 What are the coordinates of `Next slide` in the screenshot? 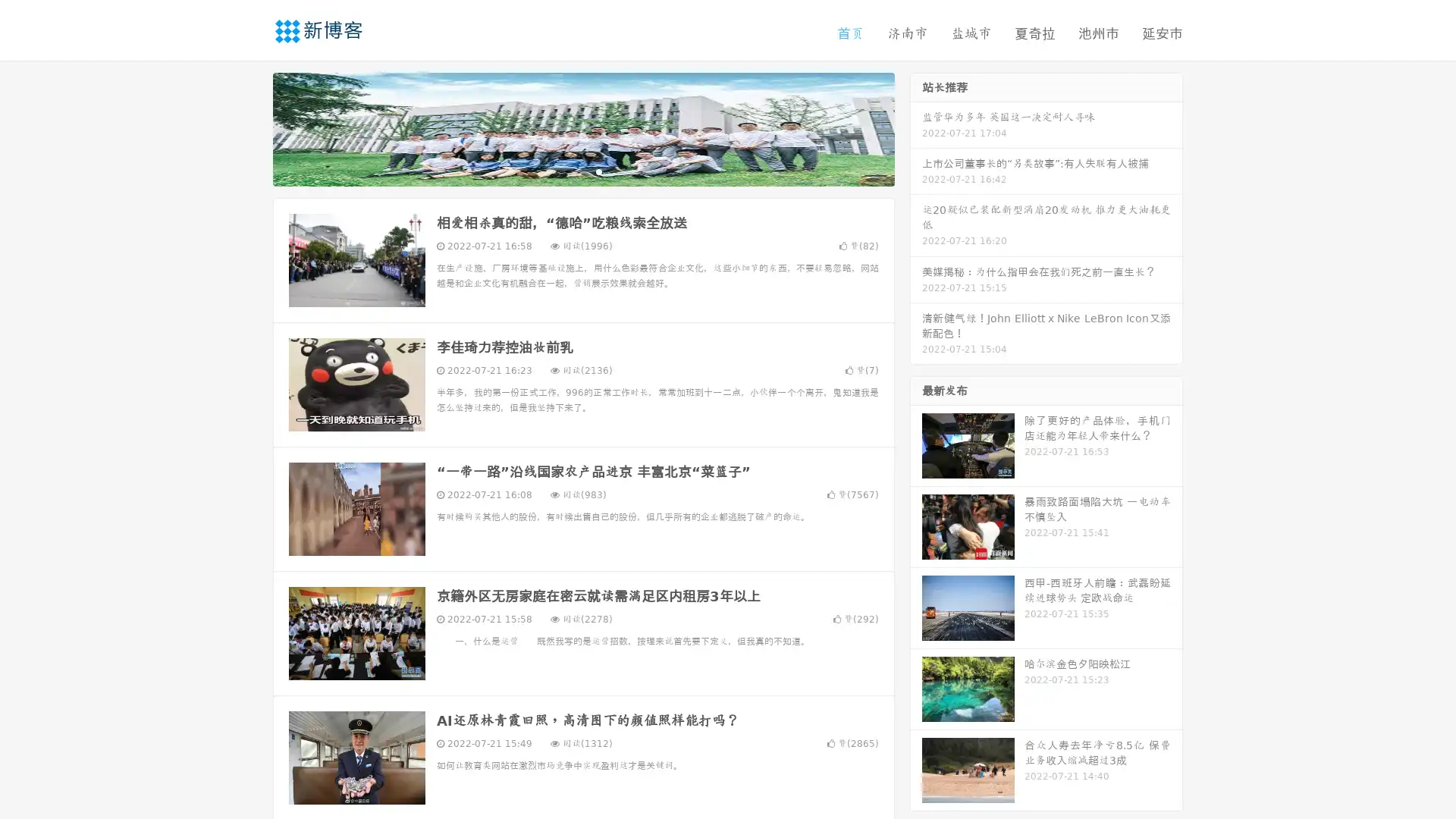 It's located at (916, 127).